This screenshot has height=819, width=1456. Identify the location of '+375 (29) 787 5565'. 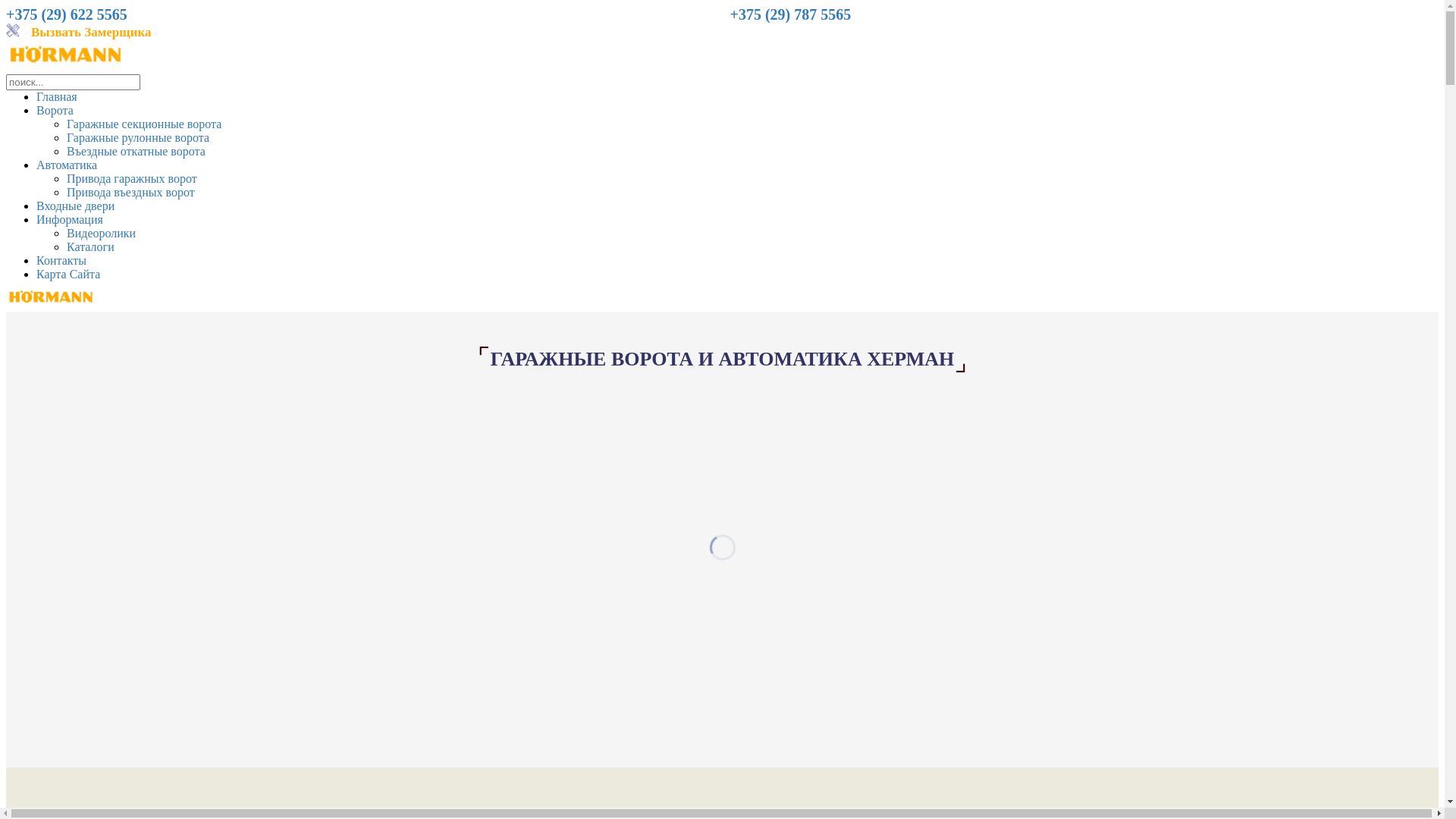
(789, 15).